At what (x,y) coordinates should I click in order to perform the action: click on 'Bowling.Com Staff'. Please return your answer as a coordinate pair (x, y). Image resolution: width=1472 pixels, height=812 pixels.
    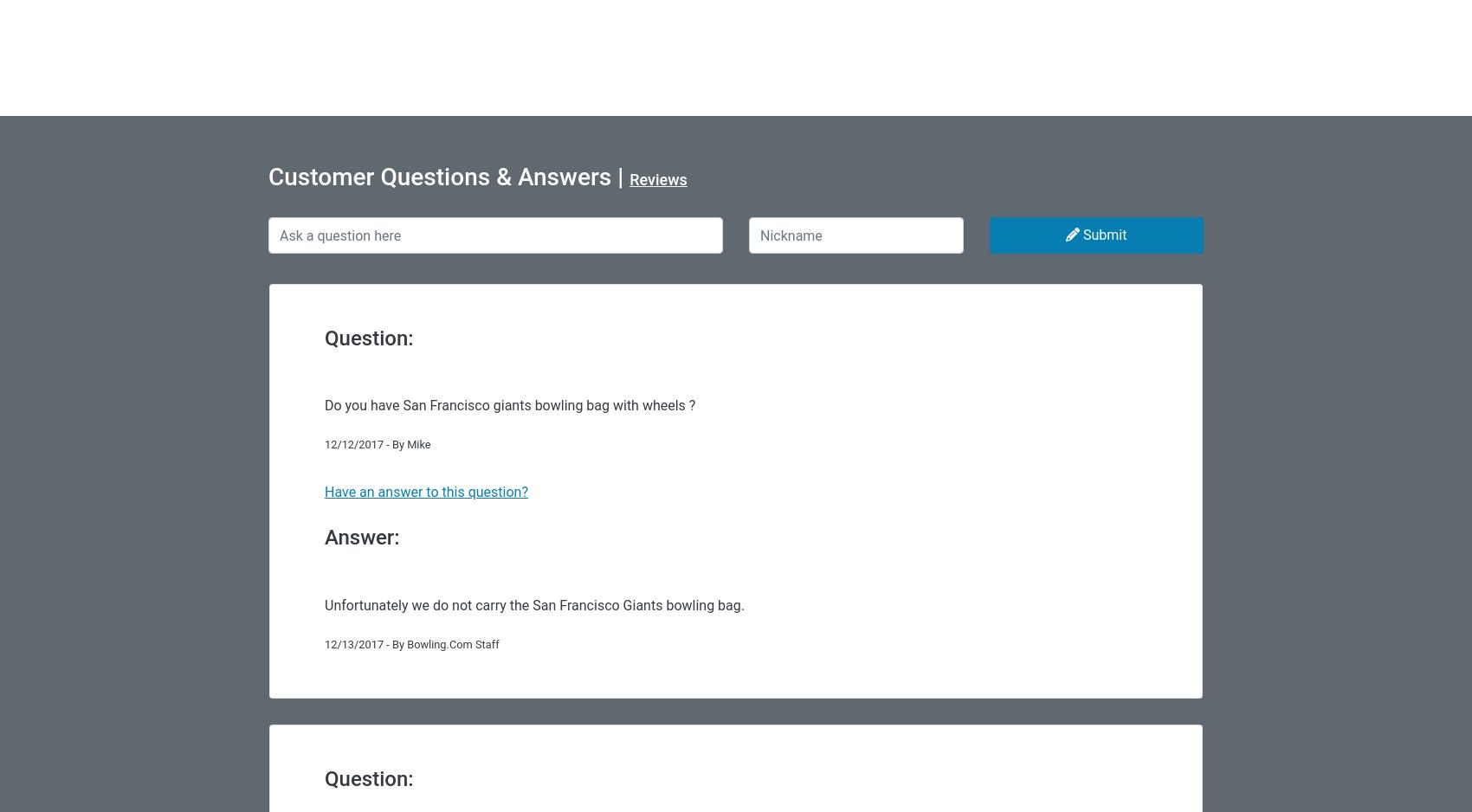
    Looking at the image, I should click on (452, 643).